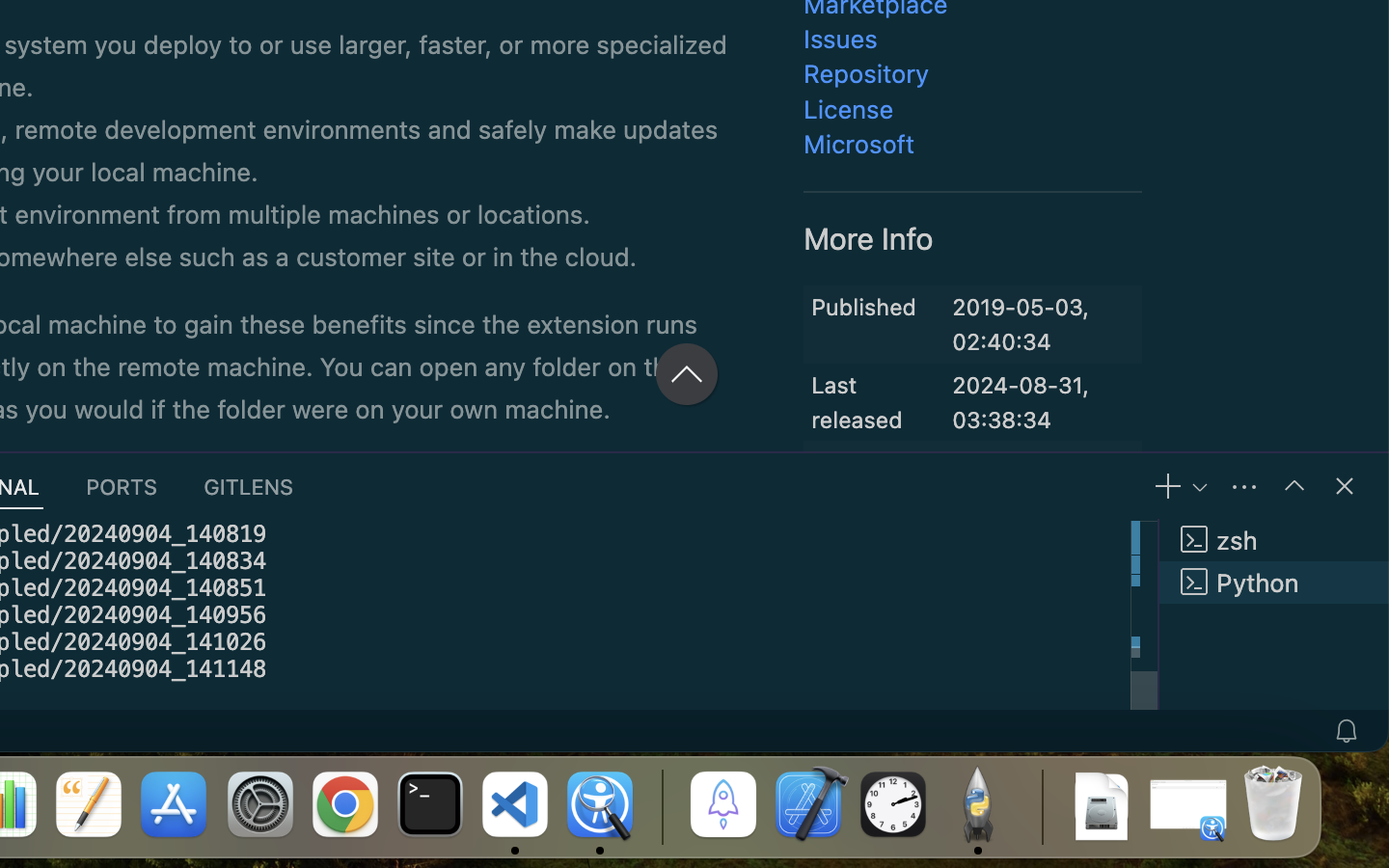 The image size is (1389, 868). What do you see at coordinates (1273, 538) in the screenshot?
I see `'zsh '` at bounding box center [1273, 538].